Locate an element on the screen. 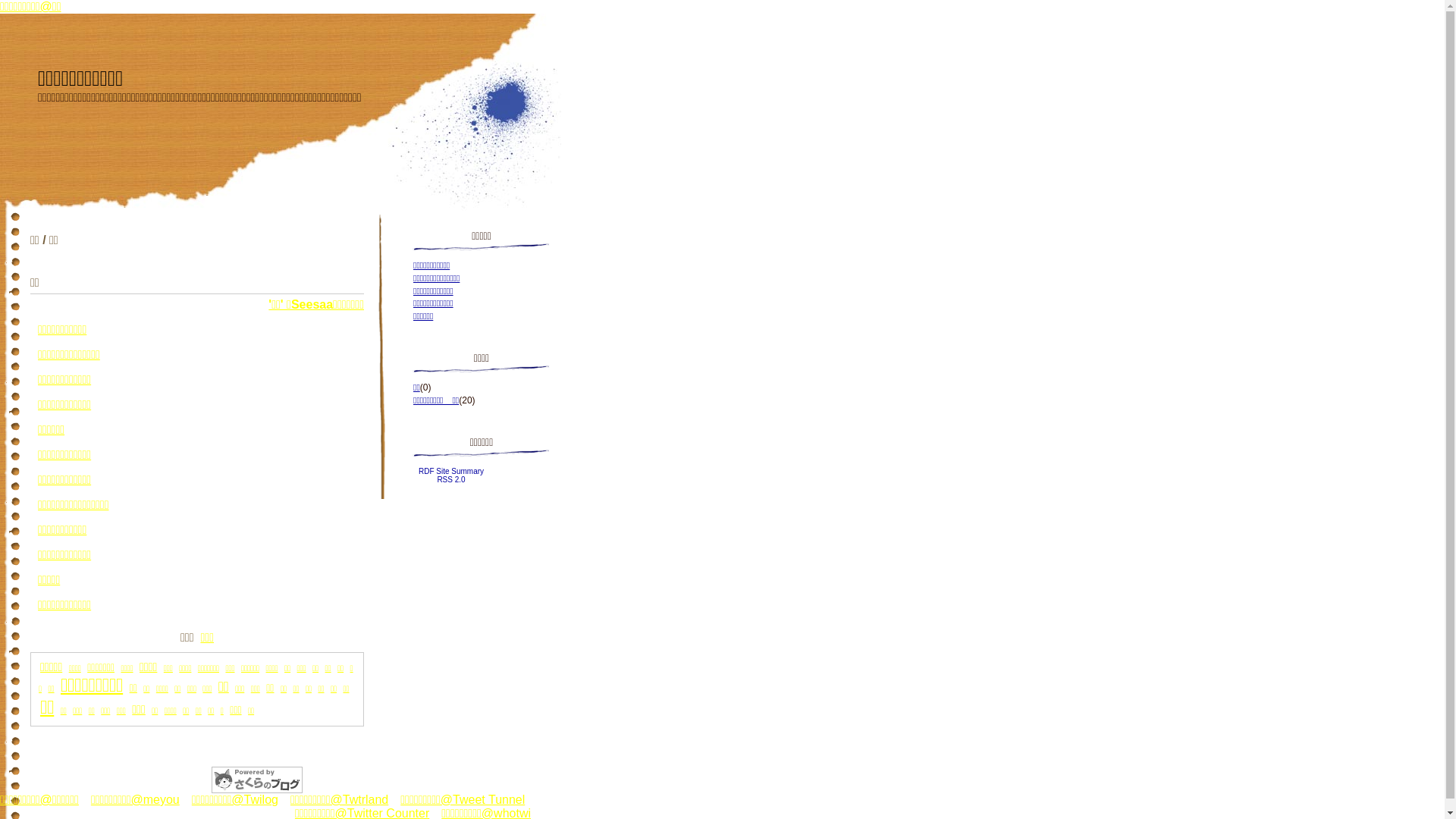  'RDF Site Summary' is located at coordinates (419, 470).